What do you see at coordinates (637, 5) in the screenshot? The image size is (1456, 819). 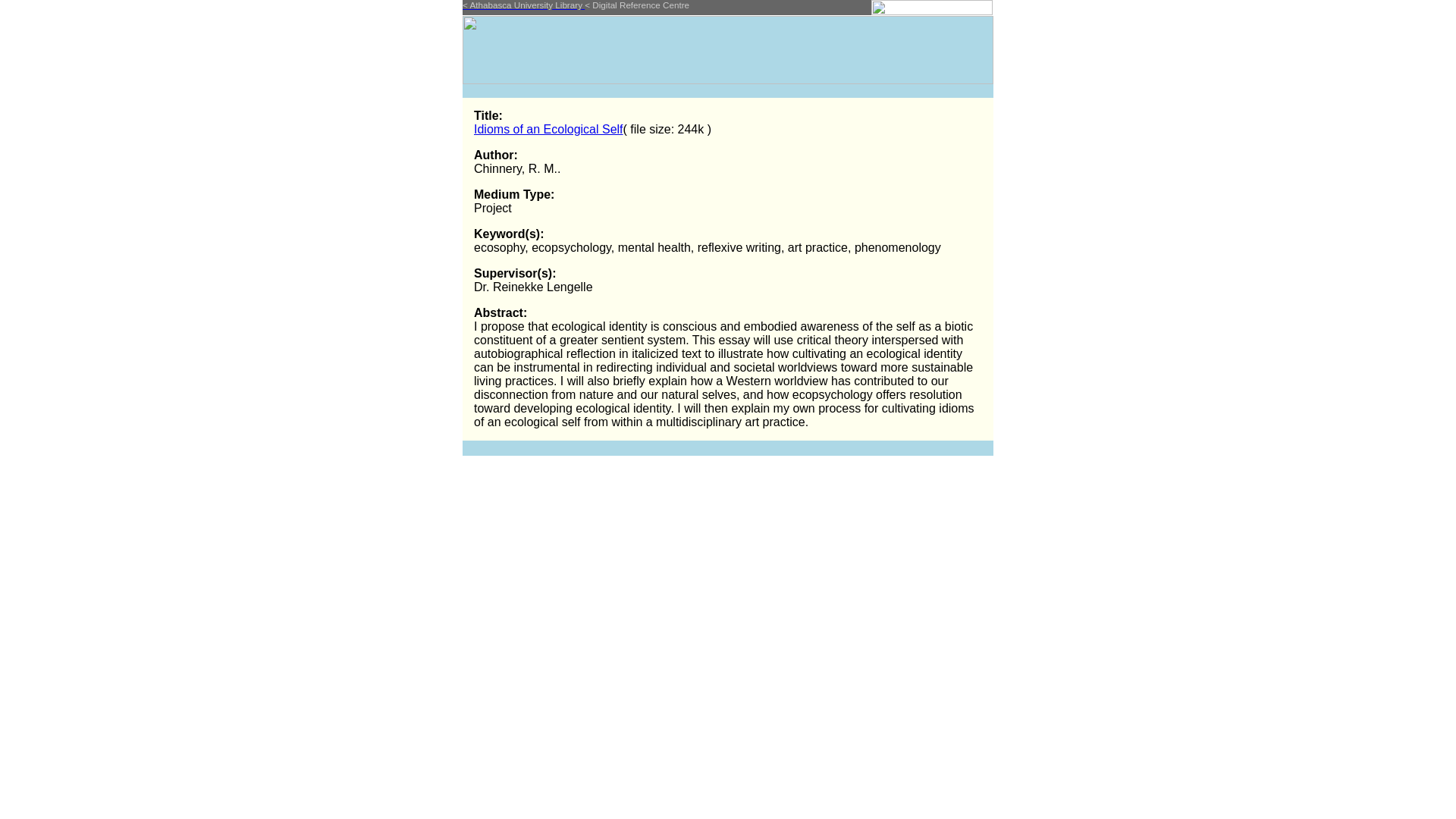 I see `'< Digital Reference Centre'` at bounding box center [637, 5].